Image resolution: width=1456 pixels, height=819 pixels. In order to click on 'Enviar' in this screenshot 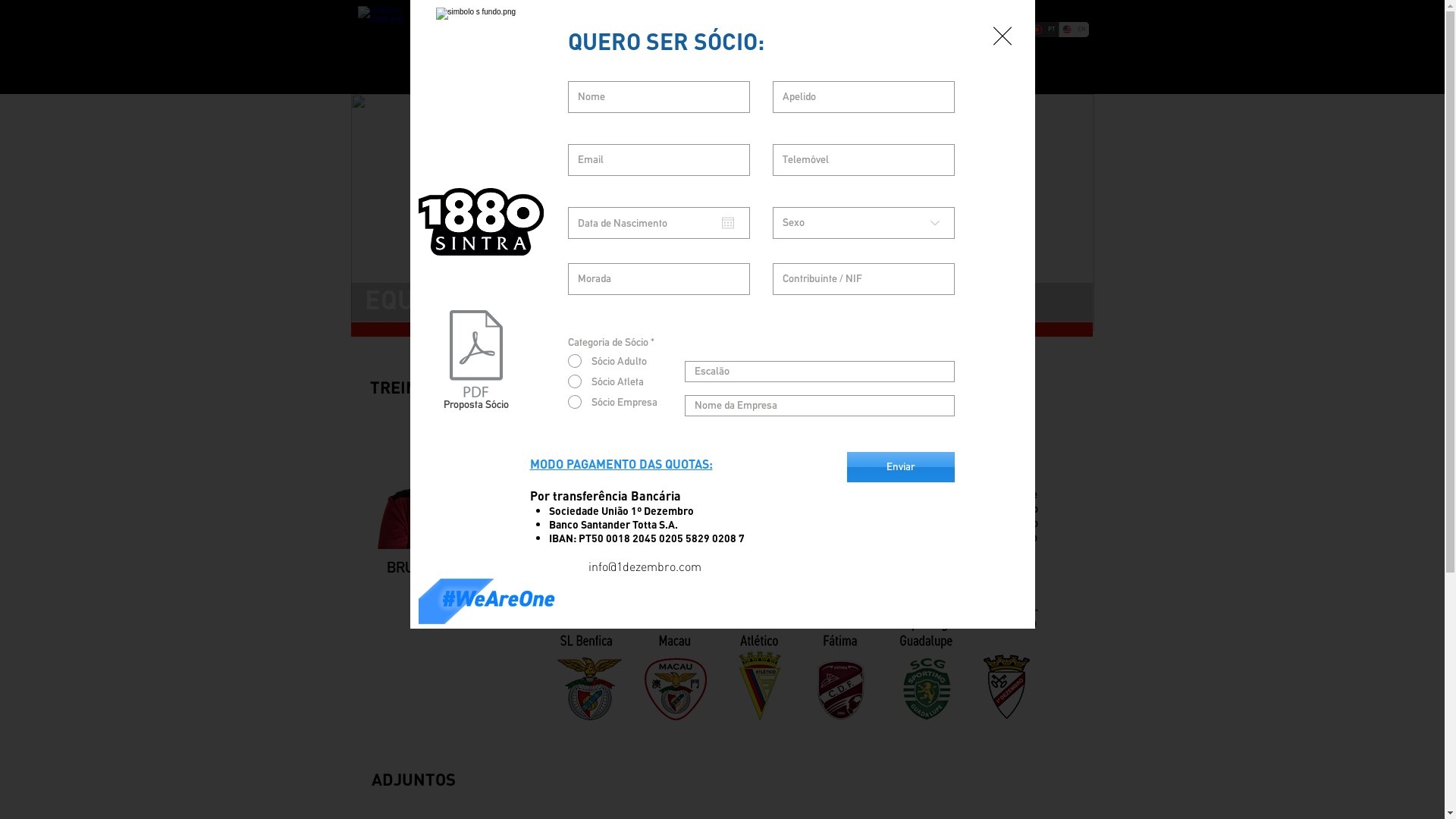, I will do `click(899, 466)`.